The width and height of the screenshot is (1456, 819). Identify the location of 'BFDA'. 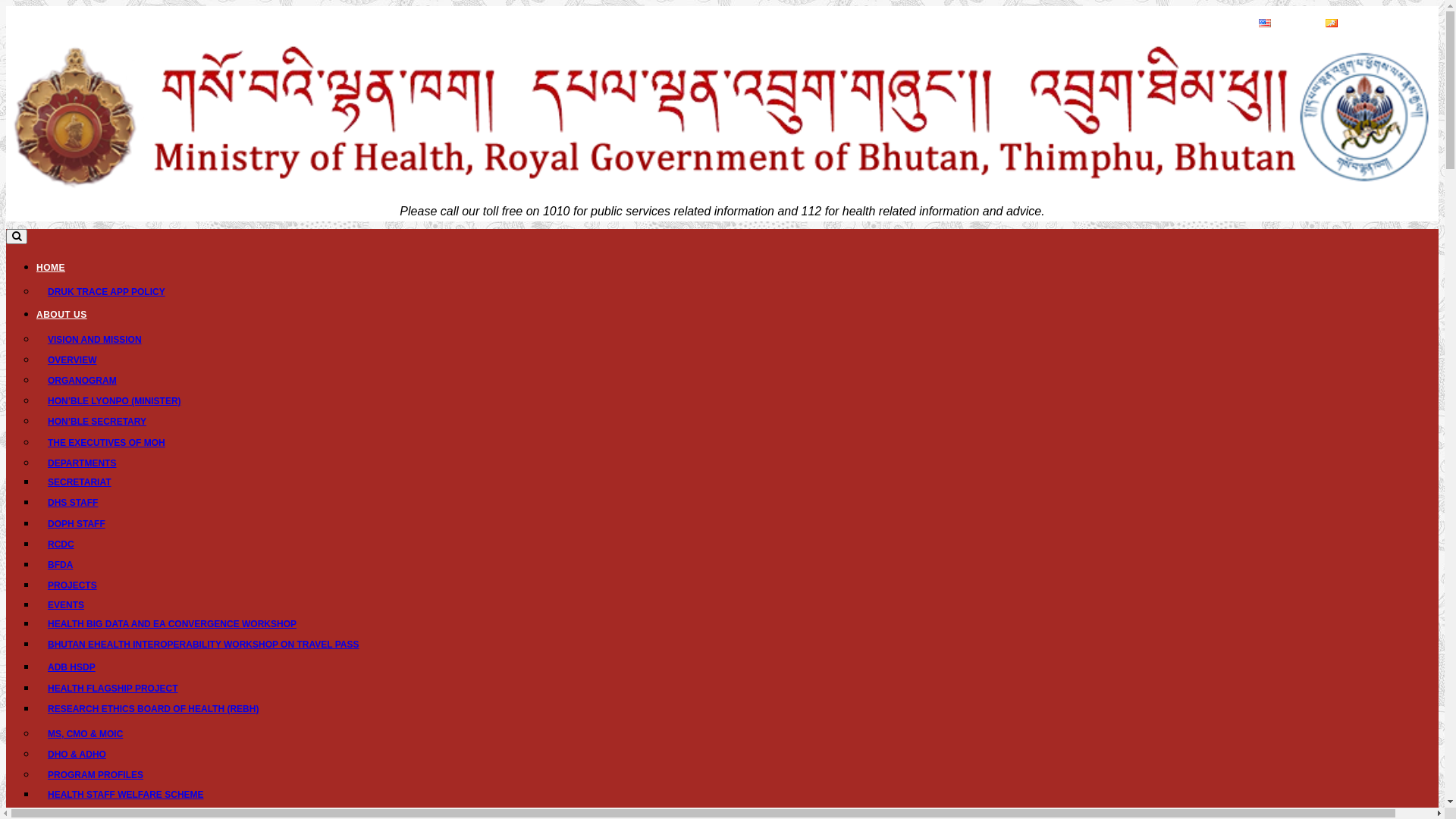
(67, 564).